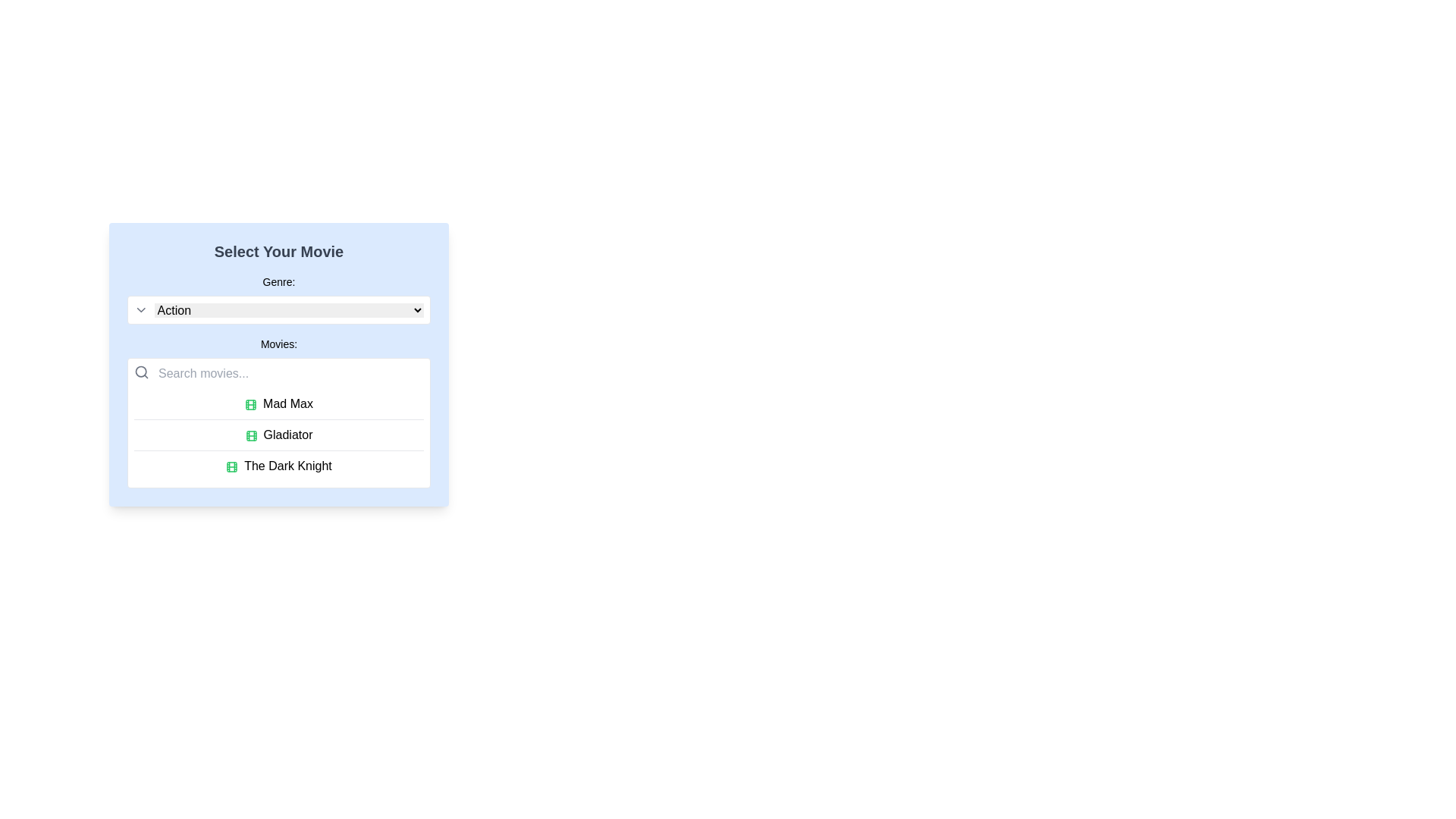 The width and height of the screenshot is (1456, 819). Describe the element at coordinates (251, 435) in the screenshot. I see `the film icon representing the movie 'Gladiator' located adjacent to the text 'Gladiator' in the second row of the 'Movies' list` at that location.